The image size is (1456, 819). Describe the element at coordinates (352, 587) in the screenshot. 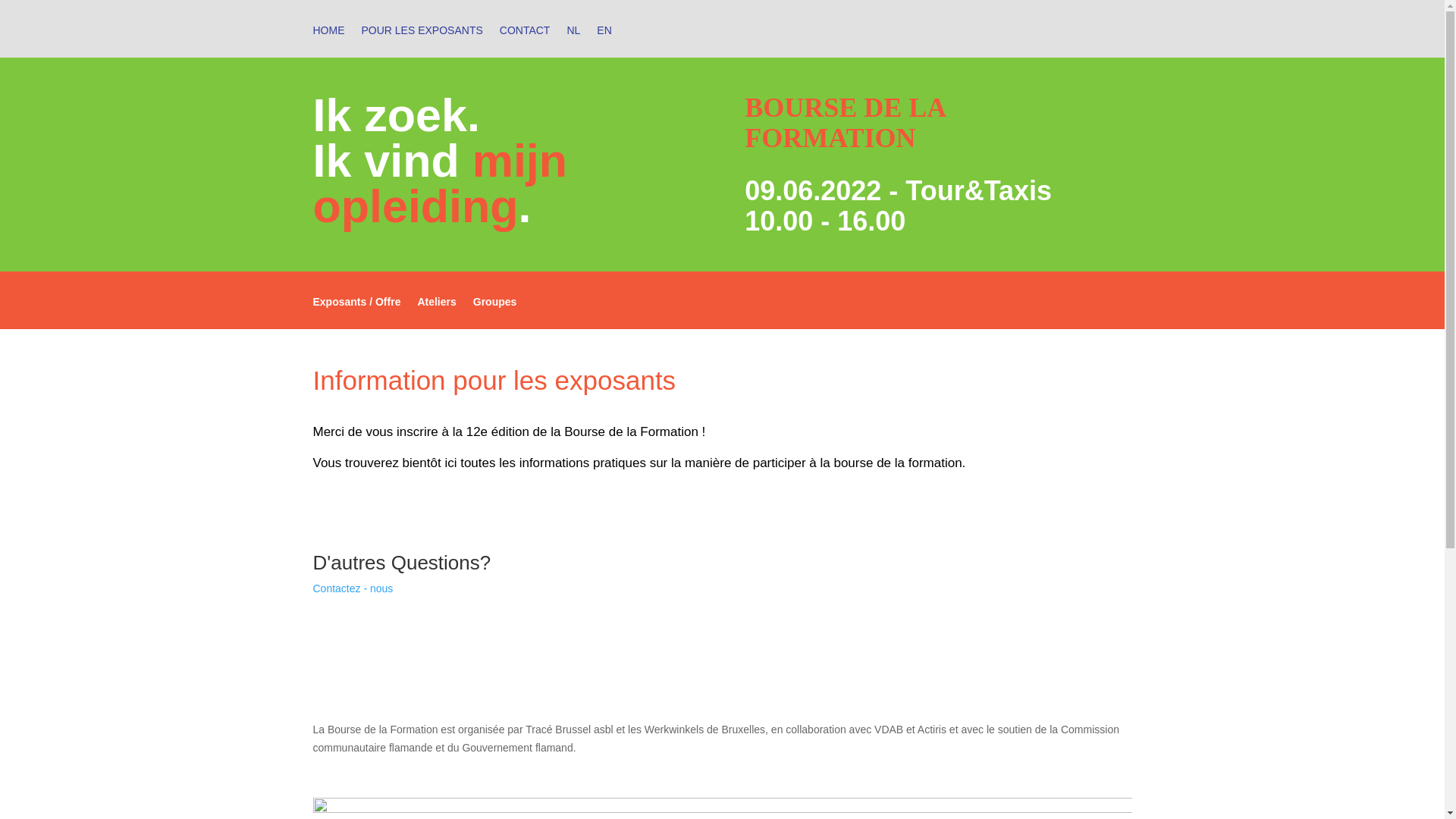

I see `'Contactez - nous'` at that location.